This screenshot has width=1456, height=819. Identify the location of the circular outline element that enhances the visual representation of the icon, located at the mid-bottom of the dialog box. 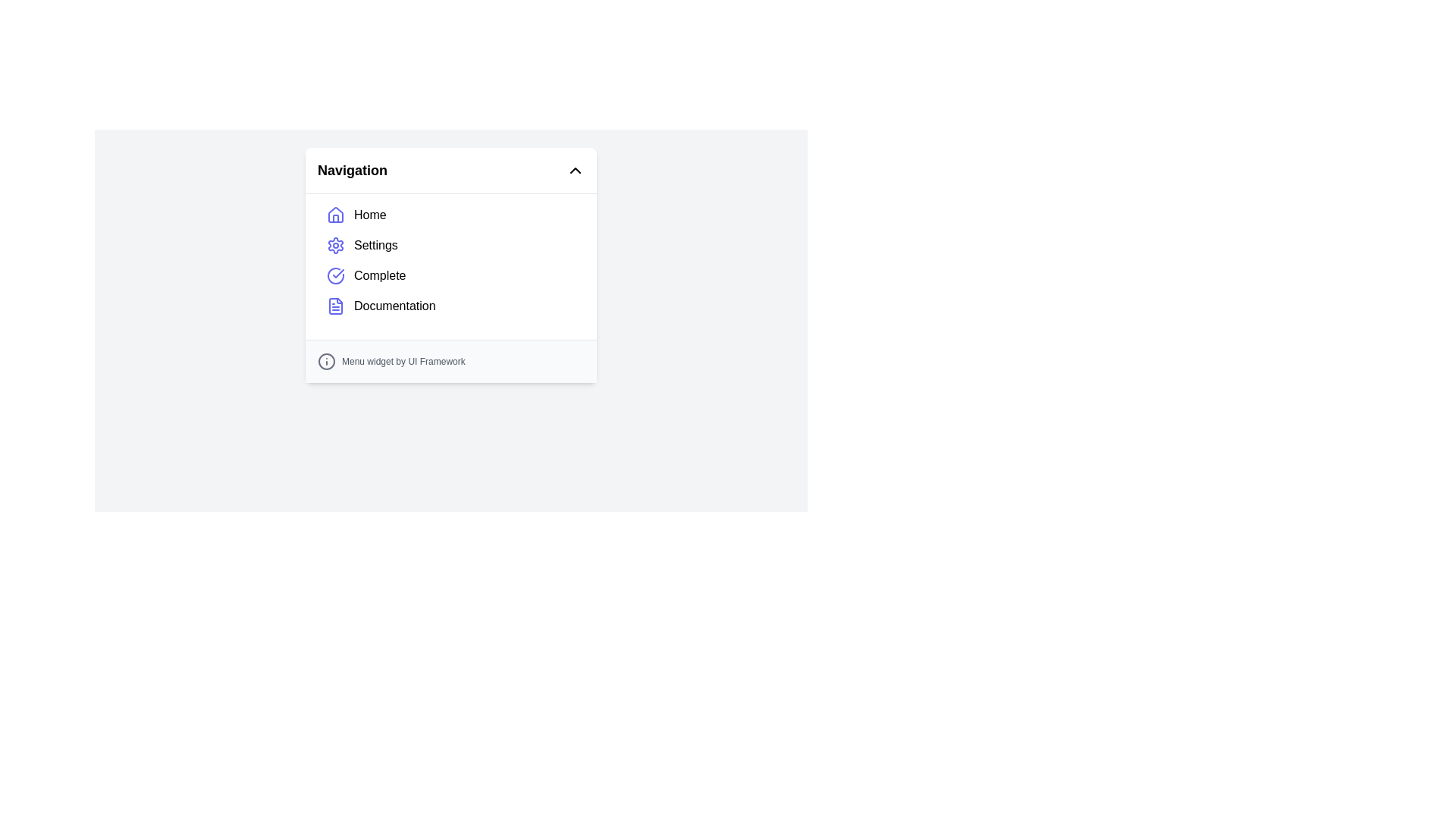
(326, 362).